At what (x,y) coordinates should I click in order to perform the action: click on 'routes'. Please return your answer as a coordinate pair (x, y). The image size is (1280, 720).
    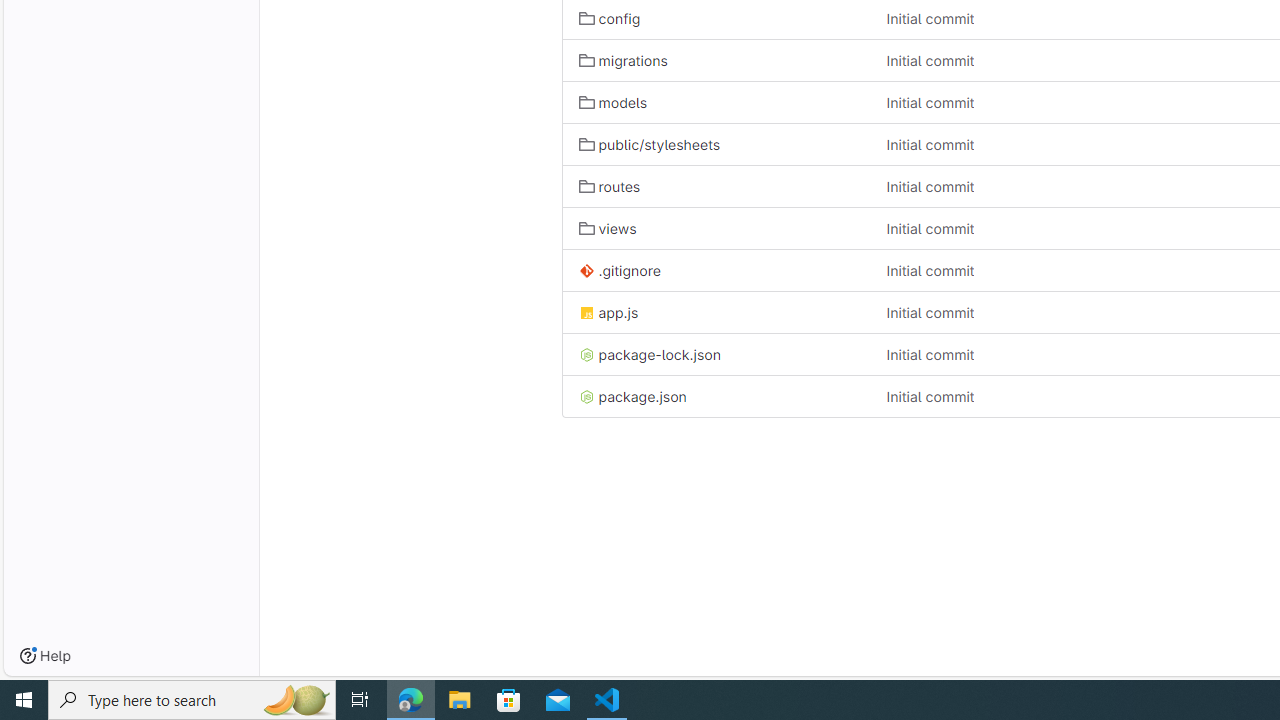
    Looking at the image, I should click on (716, 186).